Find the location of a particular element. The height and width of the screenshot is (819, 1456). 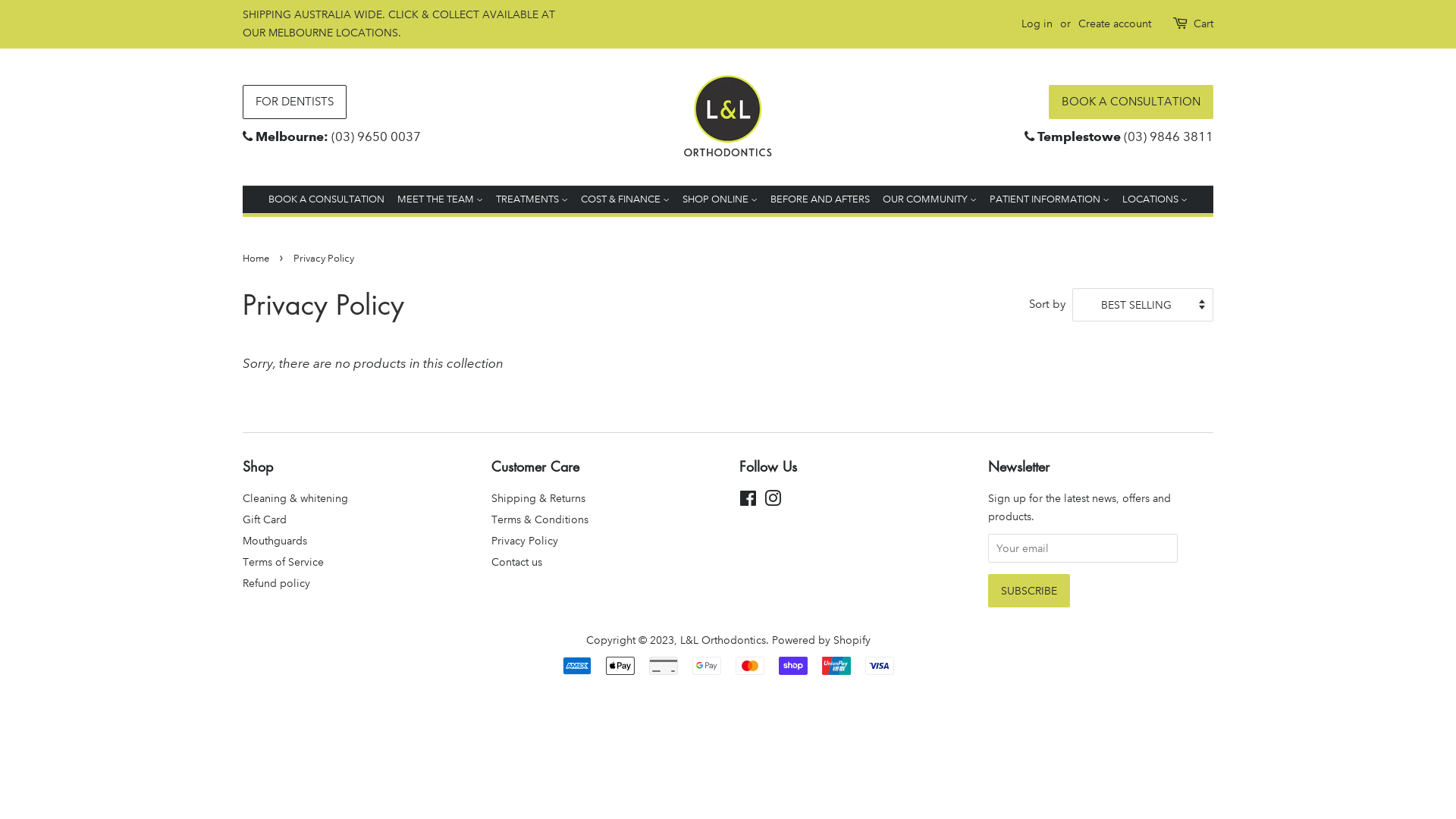

'BEFORE AND AFTERS' is located at coordinates (819, 199).